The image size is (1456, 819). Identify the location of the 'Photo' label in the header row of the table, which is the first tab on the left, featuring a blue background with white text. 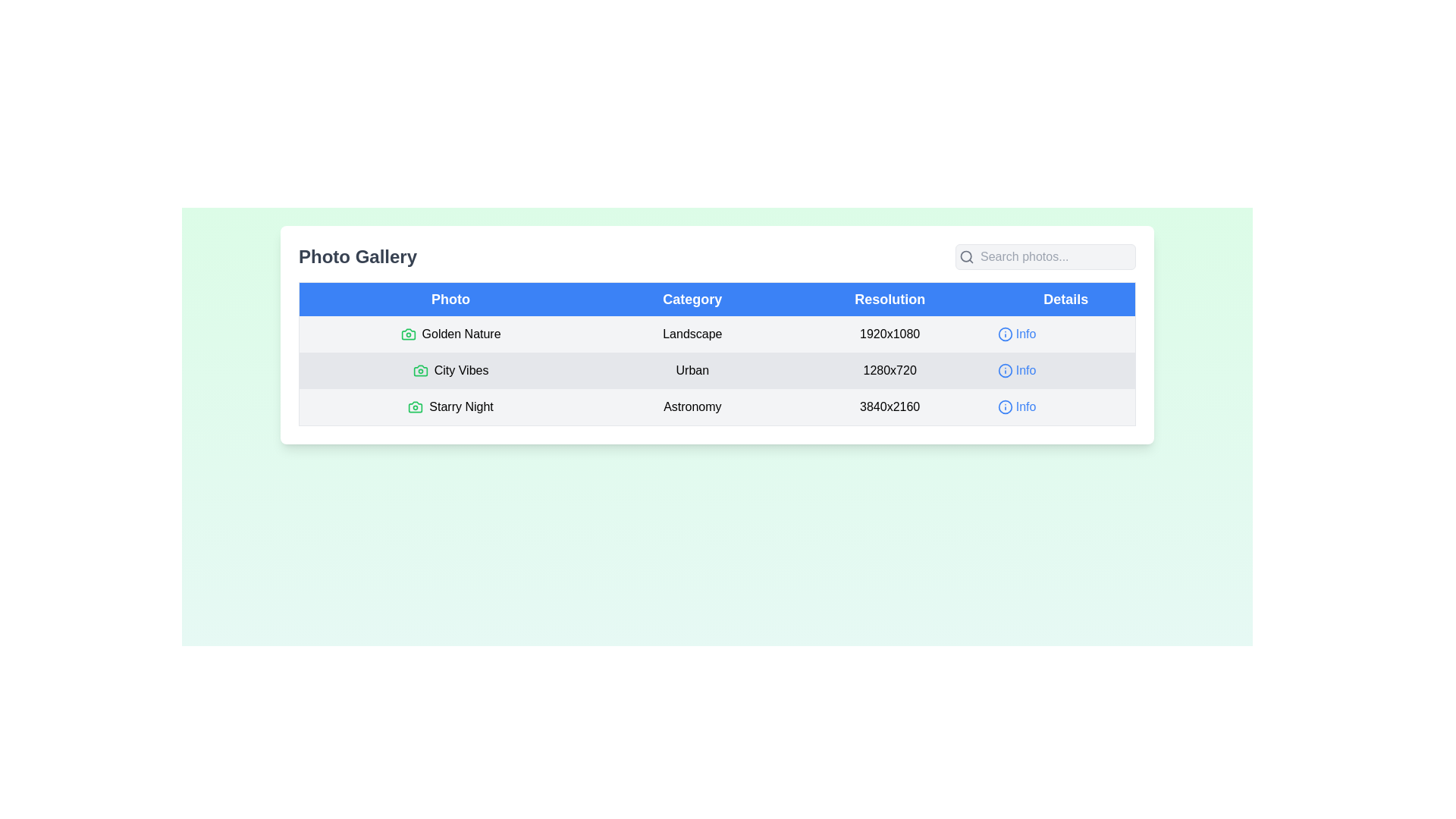
(450, 299).